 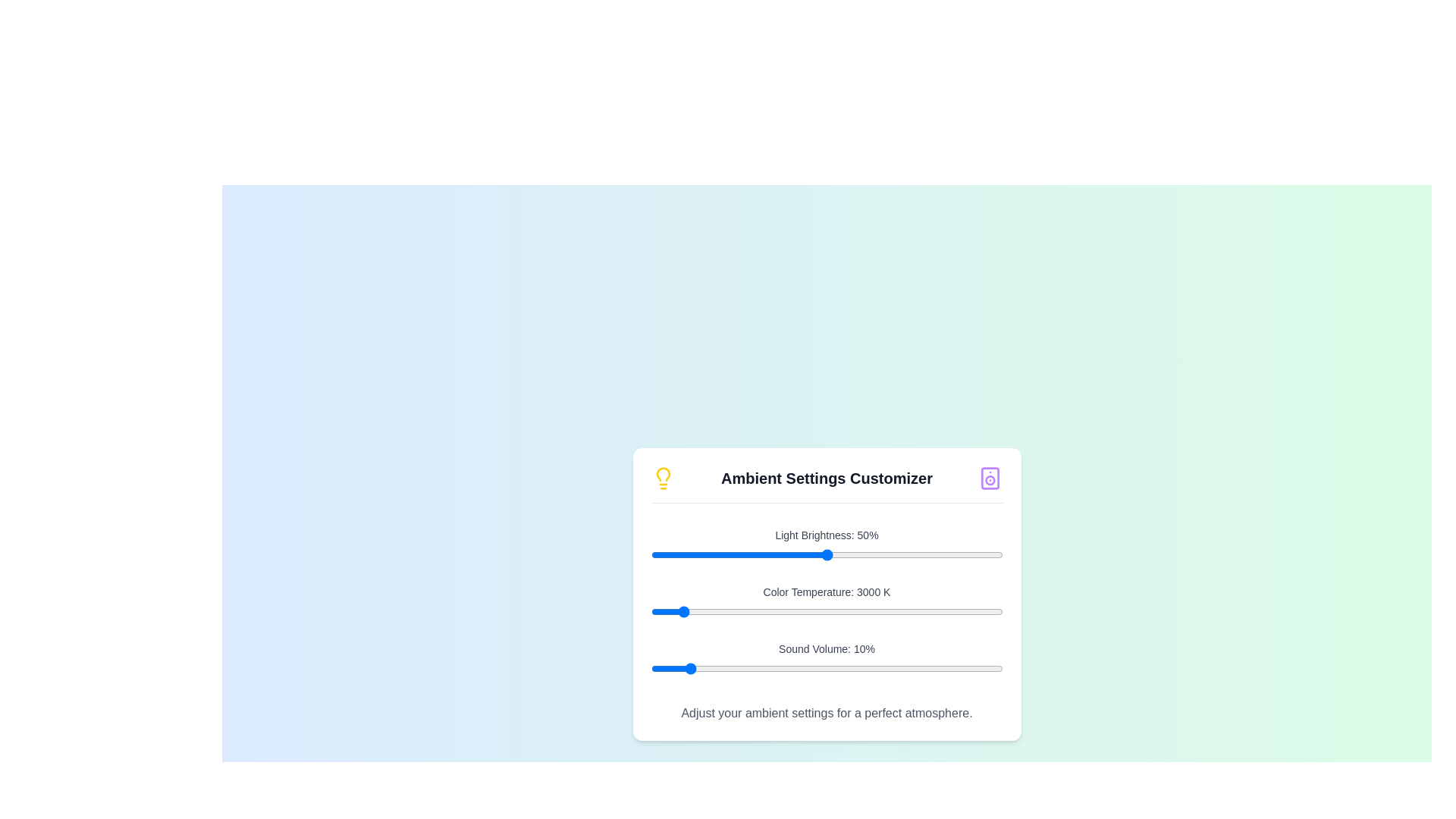 What do you see at coordinates (690, 610) in the screenshot?
I see `color temperature` at bounding box center [690, 610].